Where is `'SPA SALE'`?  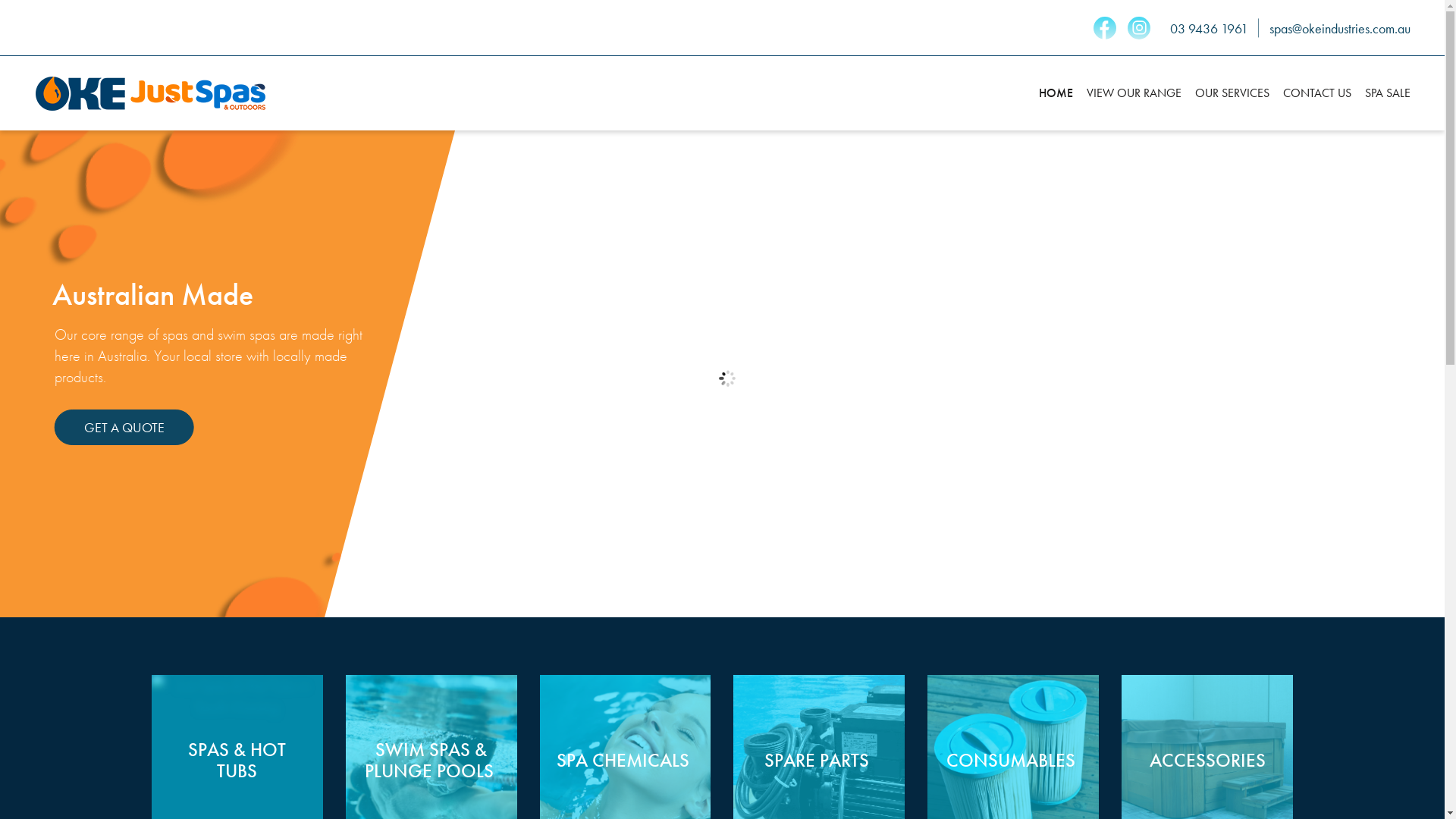
'SPA SALE' is located at coordinates (1384, 93).